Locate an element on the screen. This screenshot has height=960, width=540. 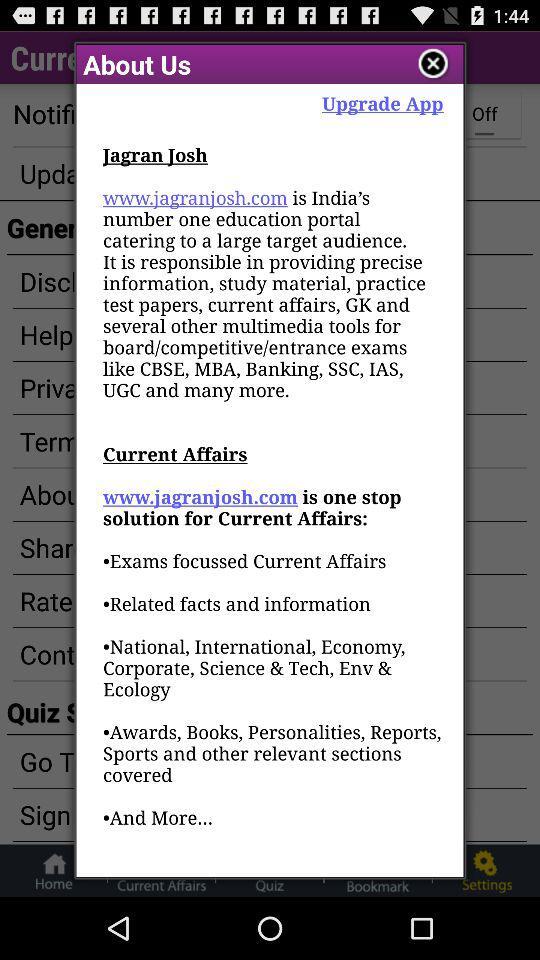
page is located at coordinates (432, 64).